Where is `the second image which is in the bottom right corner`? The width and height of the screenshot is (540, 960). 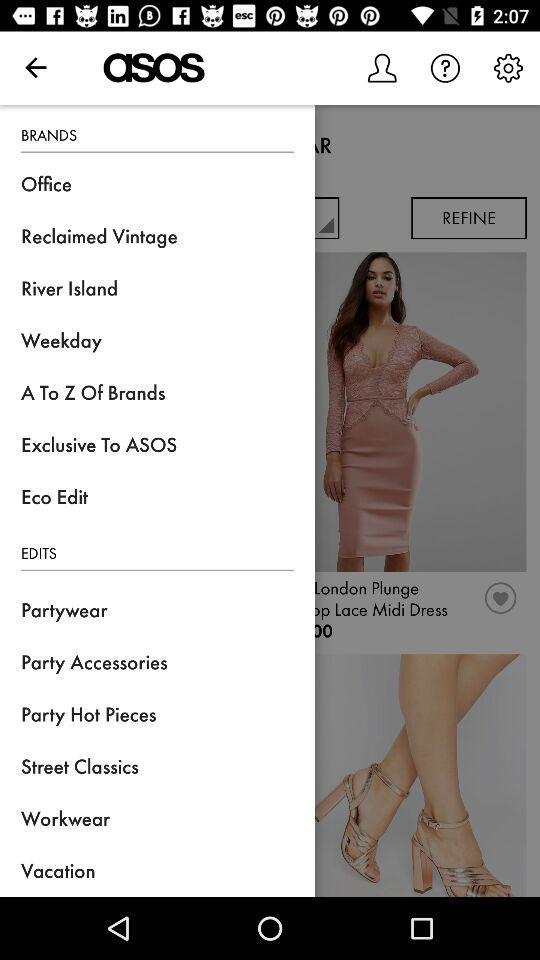
the second image which is in the bottom right corner is located at coordinates (401, 774).